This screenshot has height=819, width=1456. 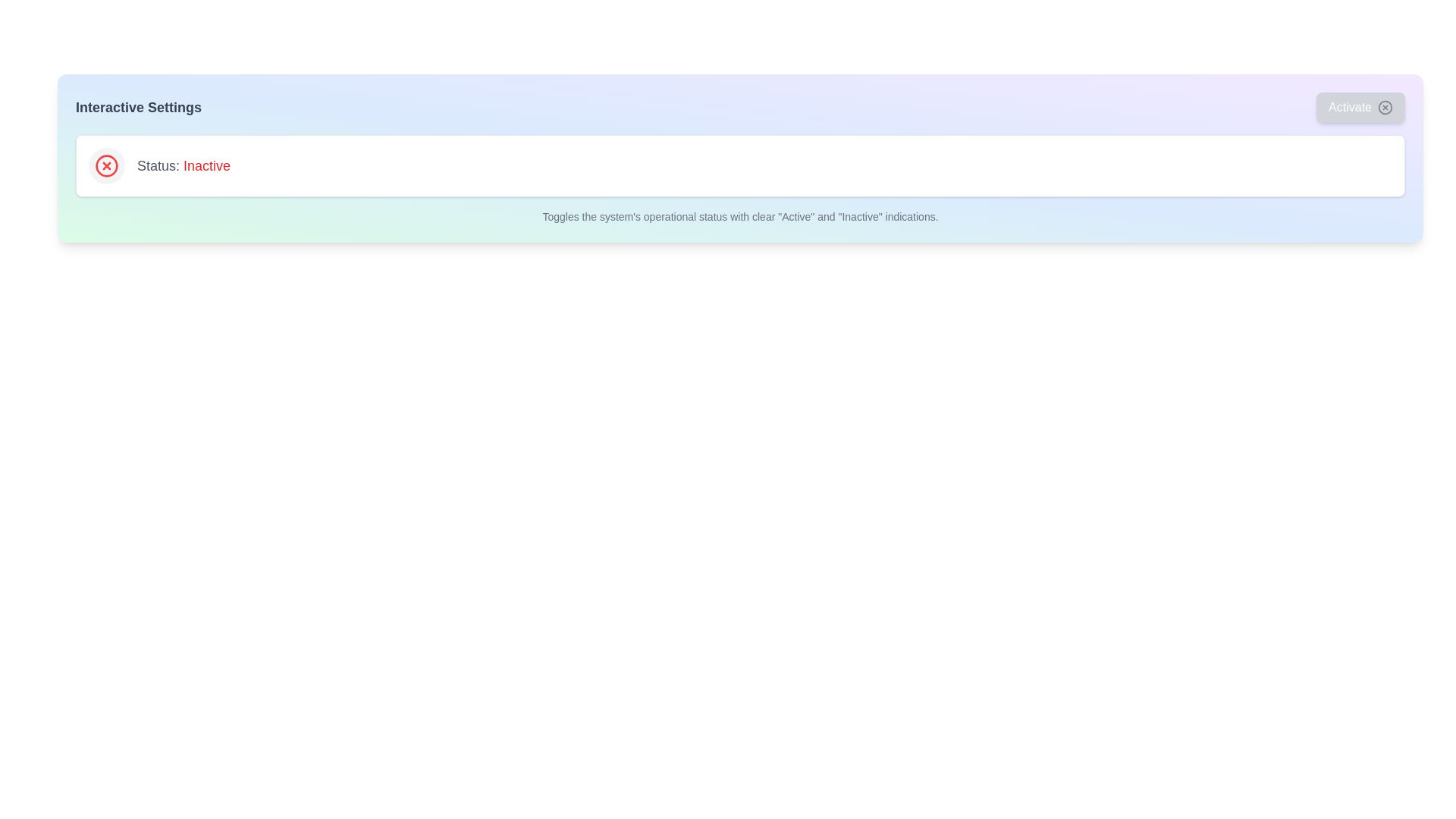 I want to click on the status displayed in the informational block with a red 'X' icon and the text 'Status: Inactive', so click(x=740, y=166).